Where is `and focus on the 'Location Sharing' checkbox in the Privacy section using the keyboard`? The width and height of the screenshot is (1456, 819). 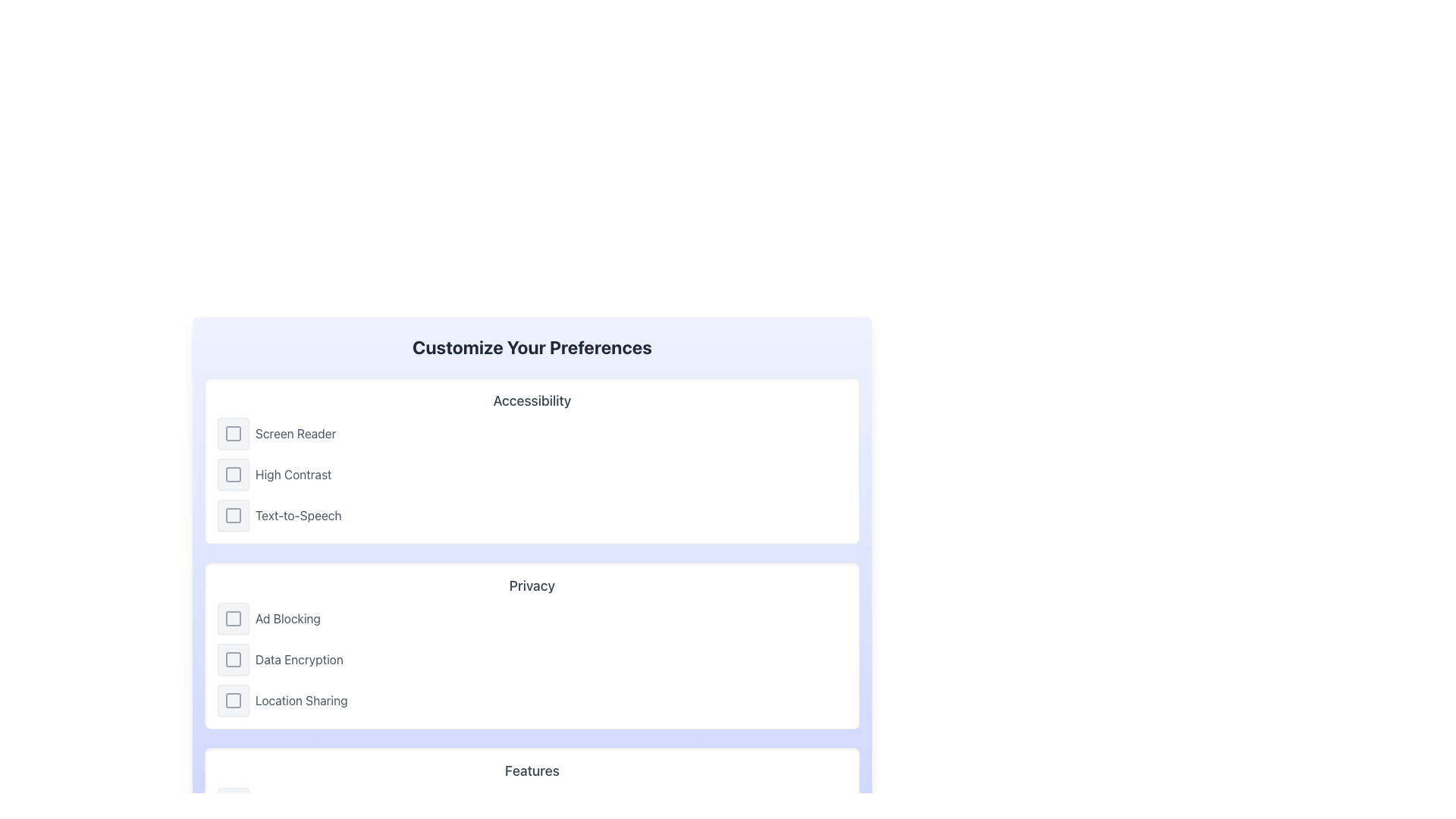 and focus on the 'Location Sharing' checkbox in the Privacy section using the keyboard is located at coordinates (232, 701).